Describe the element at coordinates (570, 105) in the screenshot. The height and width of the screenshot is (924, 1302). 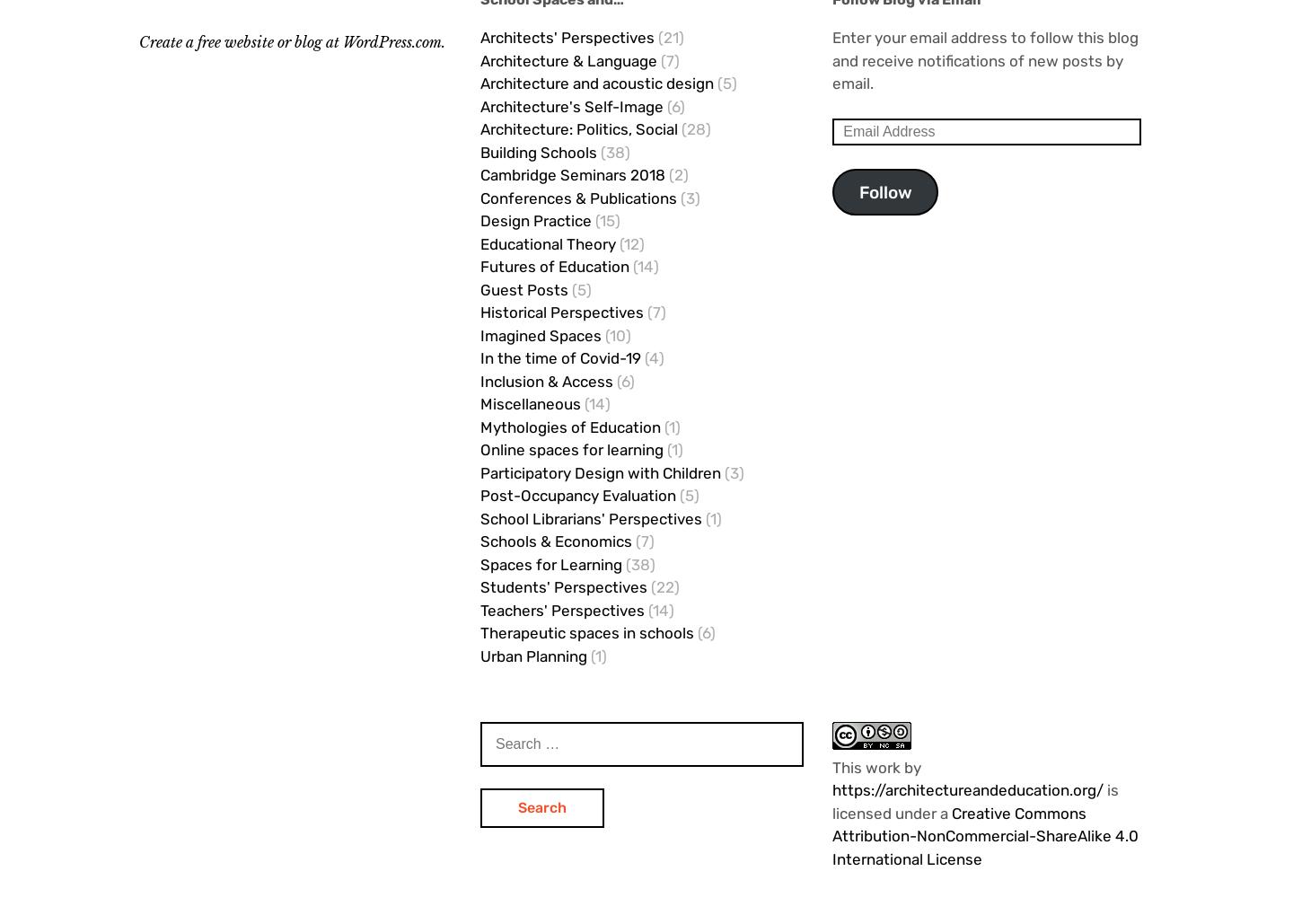
I see `'Architecture's Self-Image'` at that location.